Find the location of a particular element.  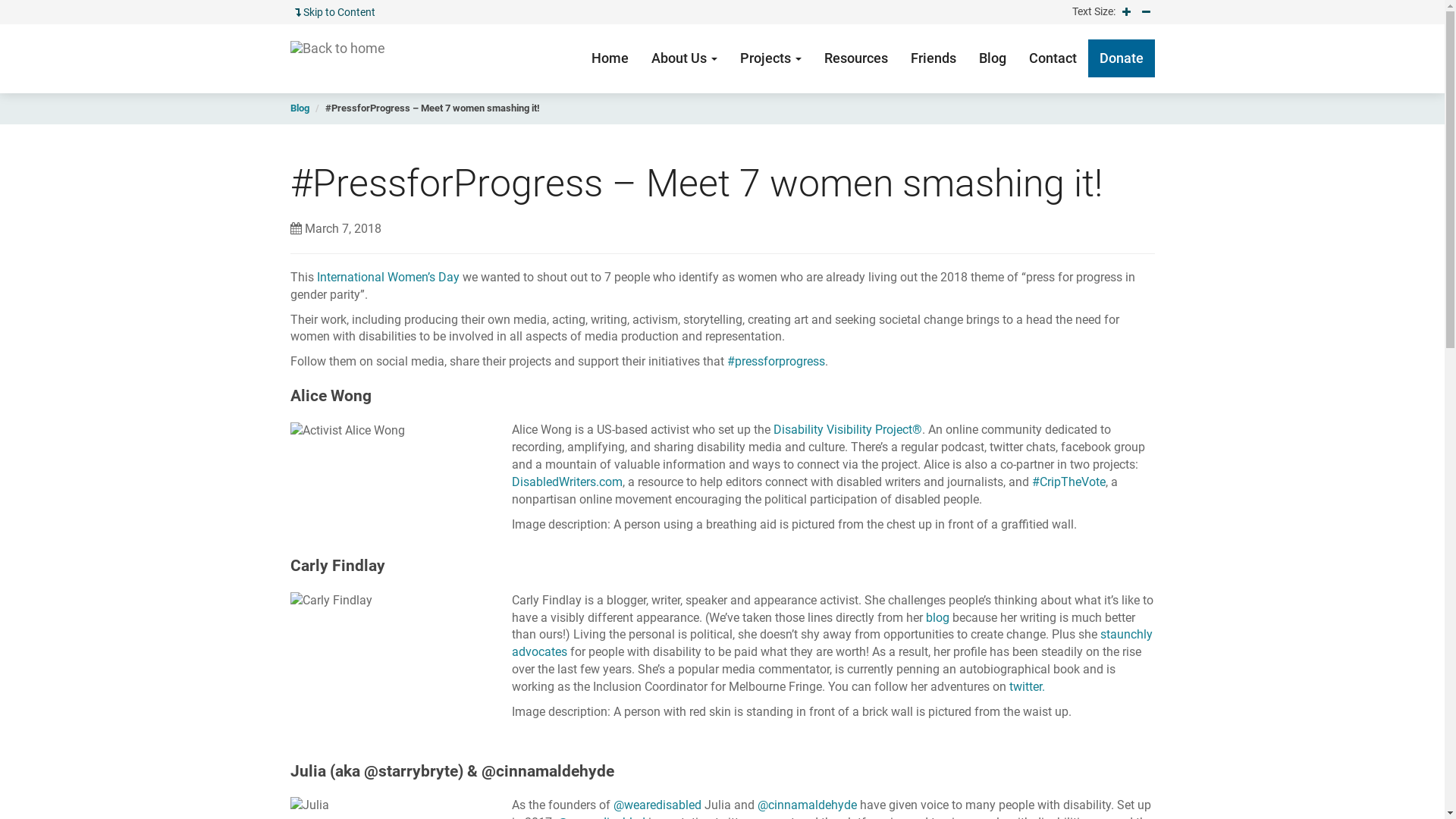

'@cinnamaldehyde' is located at coordinates (806, 804).